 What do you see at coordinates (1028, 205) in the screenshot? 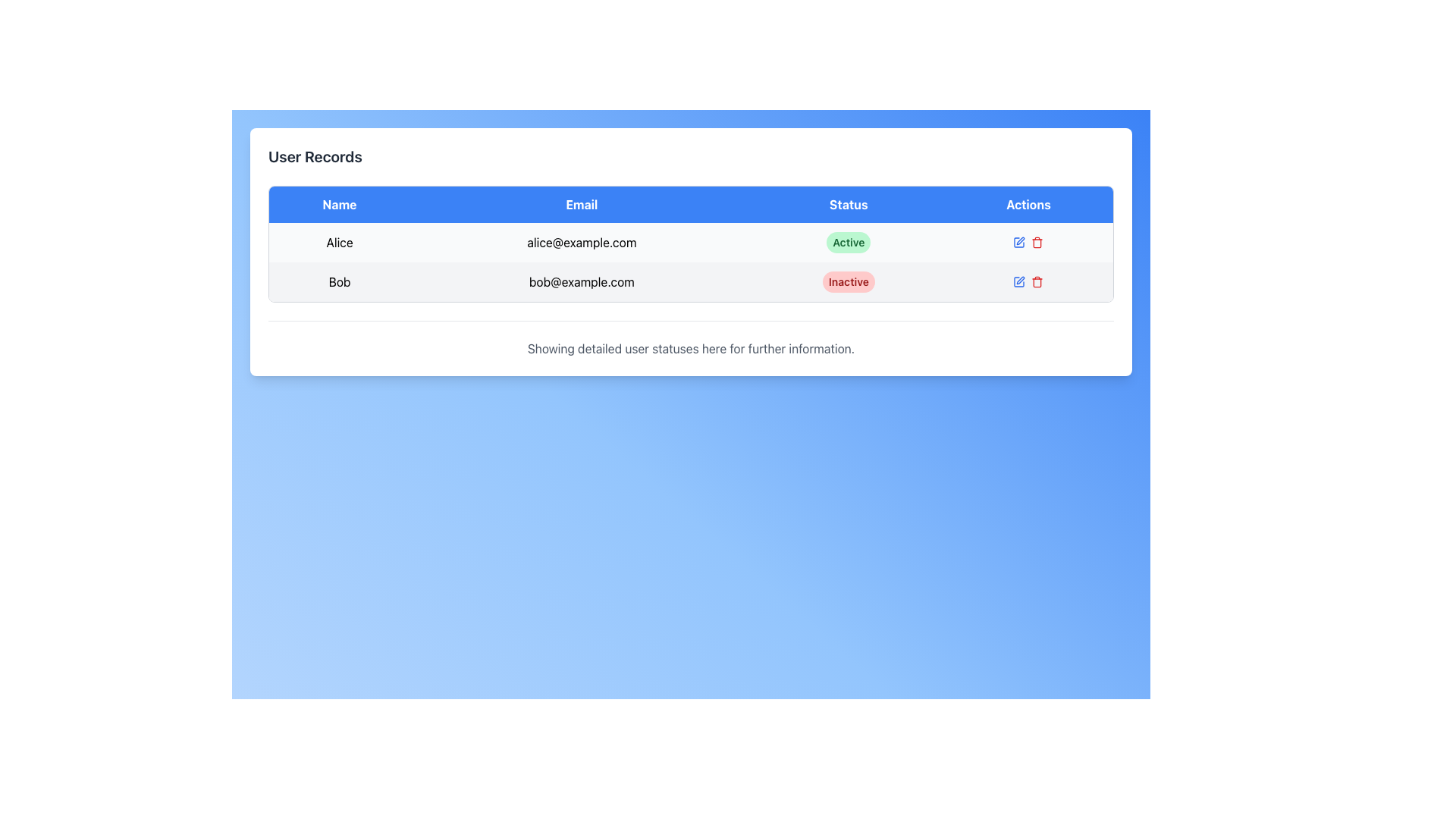
I see `the 'Actions' table header, which is the fourth header in the row, located to the right of the 'Status' header and above the user action icons` at bounding box center [1028, 205].